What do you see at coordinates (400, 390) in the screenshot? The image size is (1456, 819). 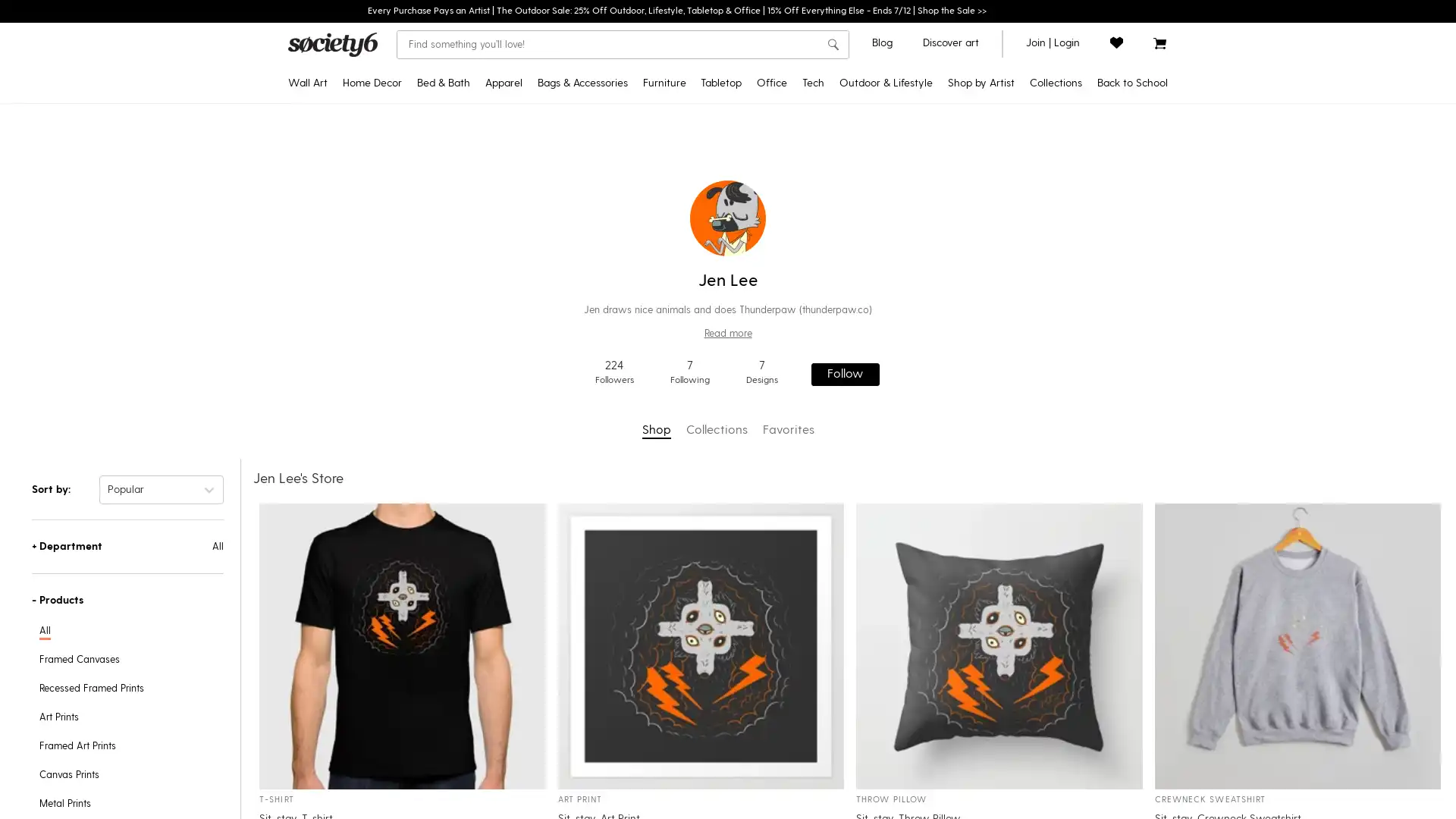 I see `Wall Murals` at bounding box center [400, 390].